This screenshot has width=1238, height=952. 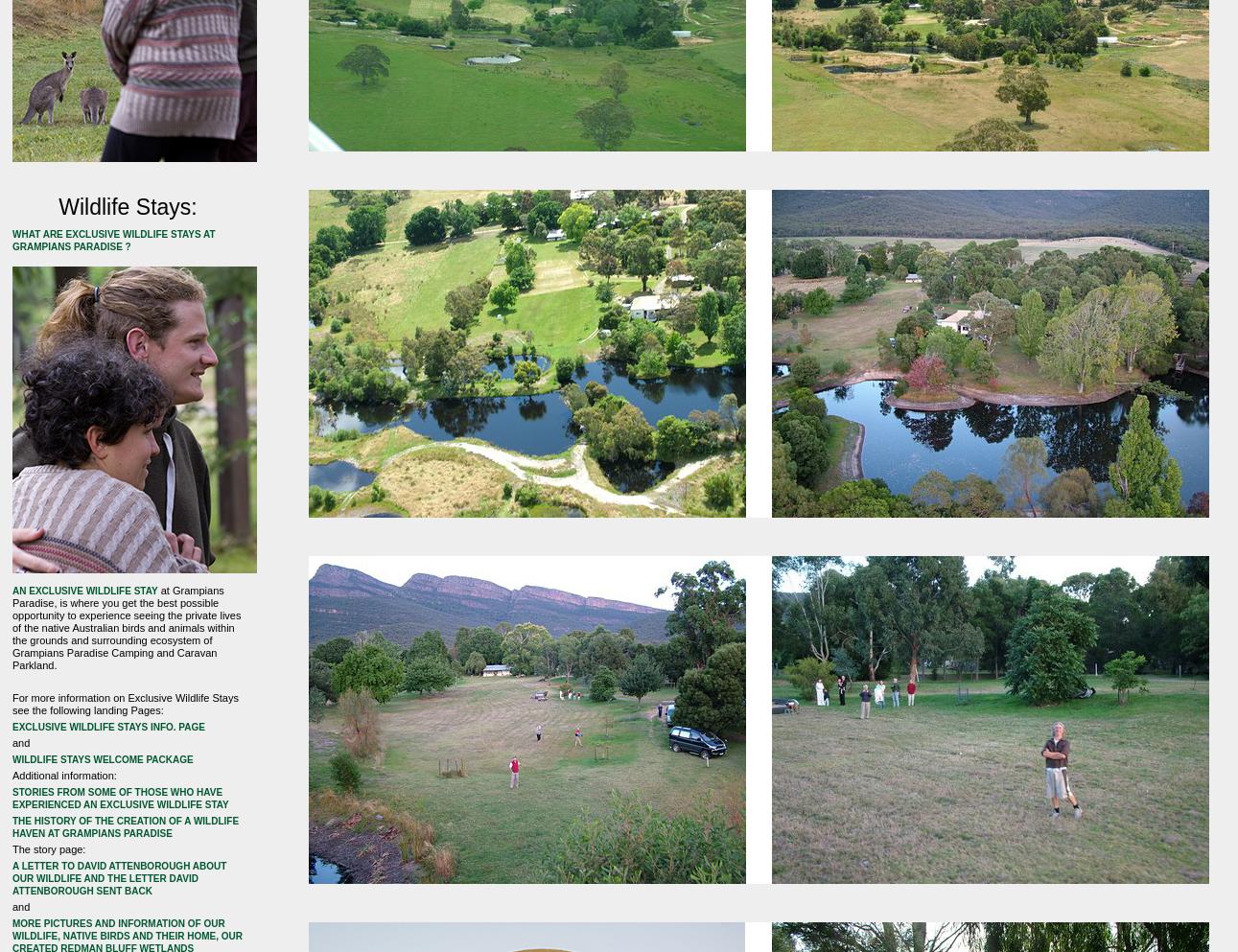 I want to click on 'Exclusive Wildlife Stays Info. page', so click(x=106, y=726).